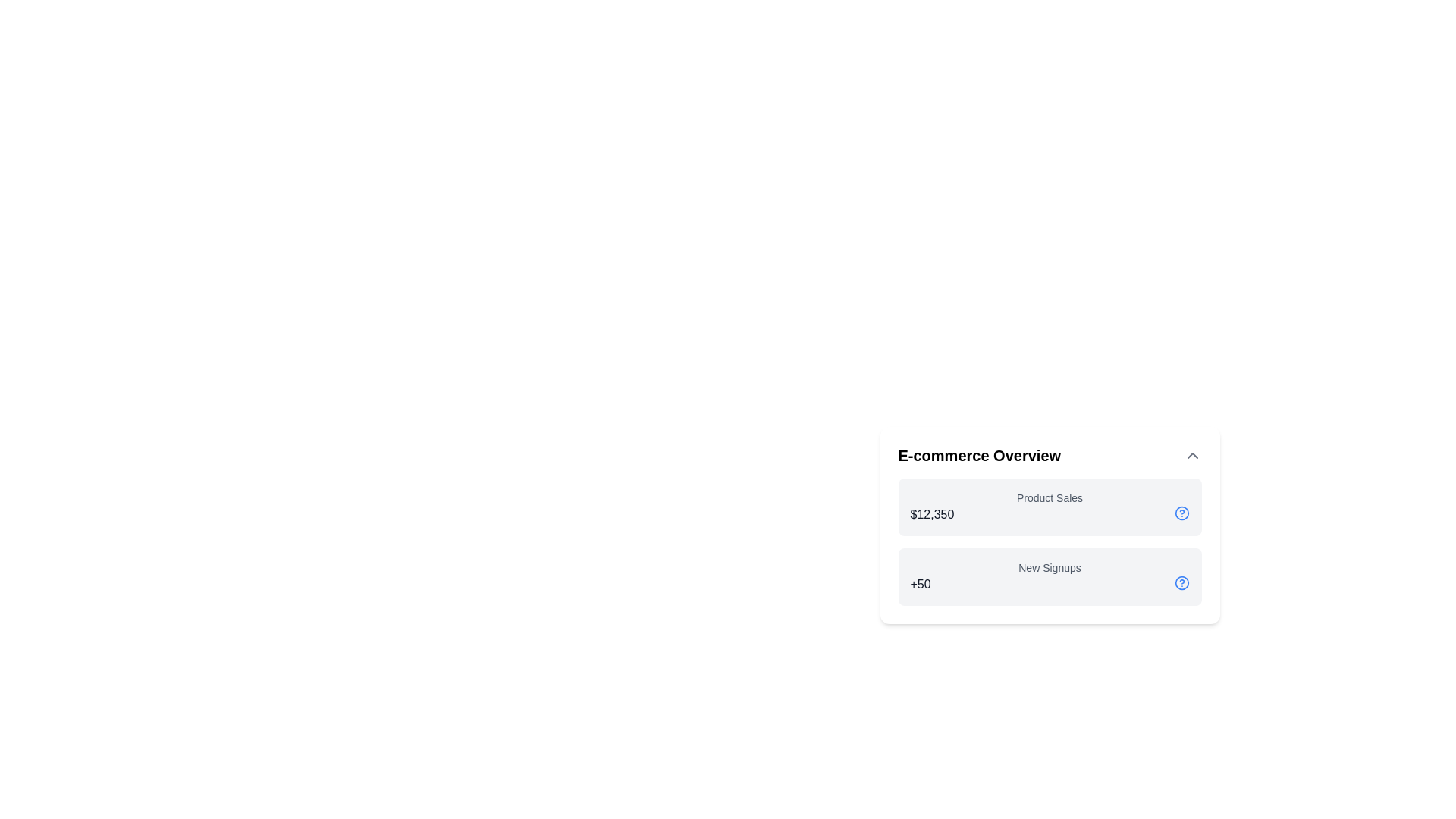 This screenshot has height=819, width=1456. Describe the element at coordinates (1049, 455) in the screenshot. I see `the Section Header with a Toggle Button located at the top of the card-like component, which contains 'Product Sales' and 'New Signups' data` at that location.